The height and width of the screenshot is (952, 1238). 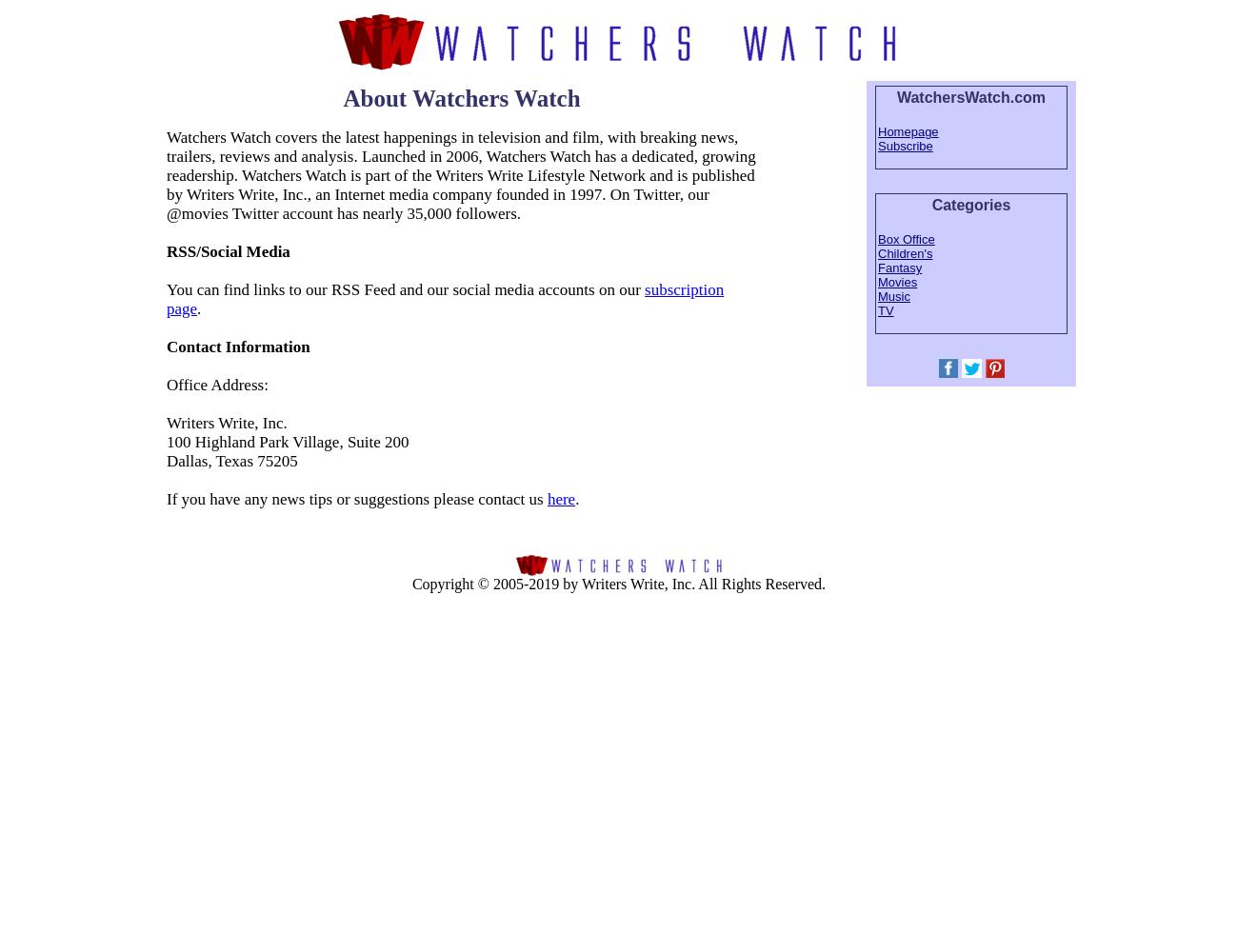 What do you see at coordinates (897, 282) in the screenshot?
I see `'Movies'` at bounding box center [897, 282].